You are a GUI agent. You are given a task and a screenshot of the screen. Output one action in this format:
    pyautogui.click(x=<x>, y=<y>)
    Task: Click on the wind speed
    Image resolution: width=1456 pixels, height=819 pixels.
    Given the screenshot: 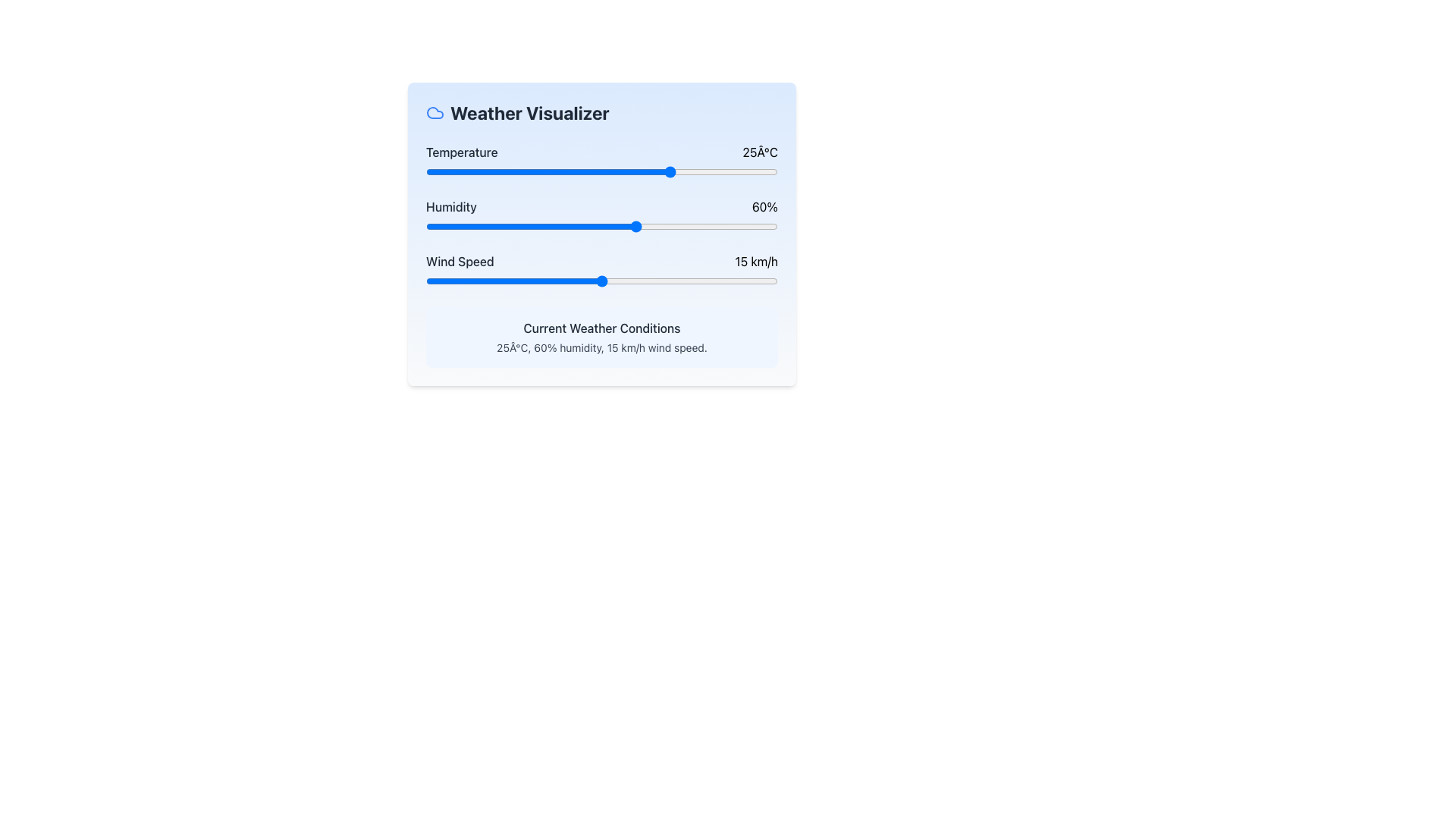 What is the action you would take?
    pyautogui.click(x=648, y=281)
    